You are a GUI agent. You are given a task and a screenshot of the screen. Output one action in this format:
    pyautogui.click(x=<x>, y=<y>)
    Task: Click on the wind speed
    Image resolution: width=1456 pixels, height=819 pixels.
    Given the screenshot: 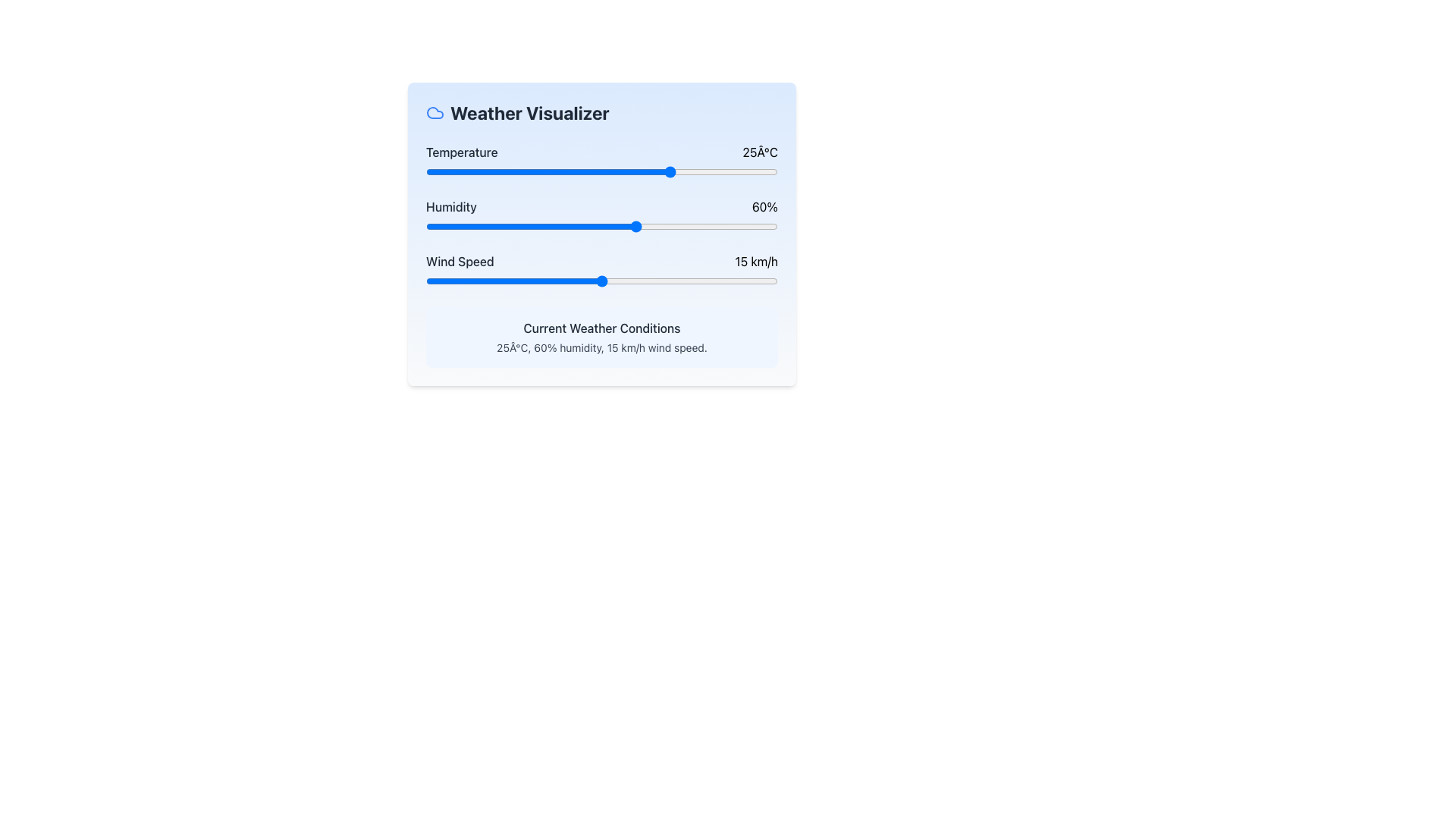 What is the action you would take?
    pyautogui.click(x=648, y=281)
    